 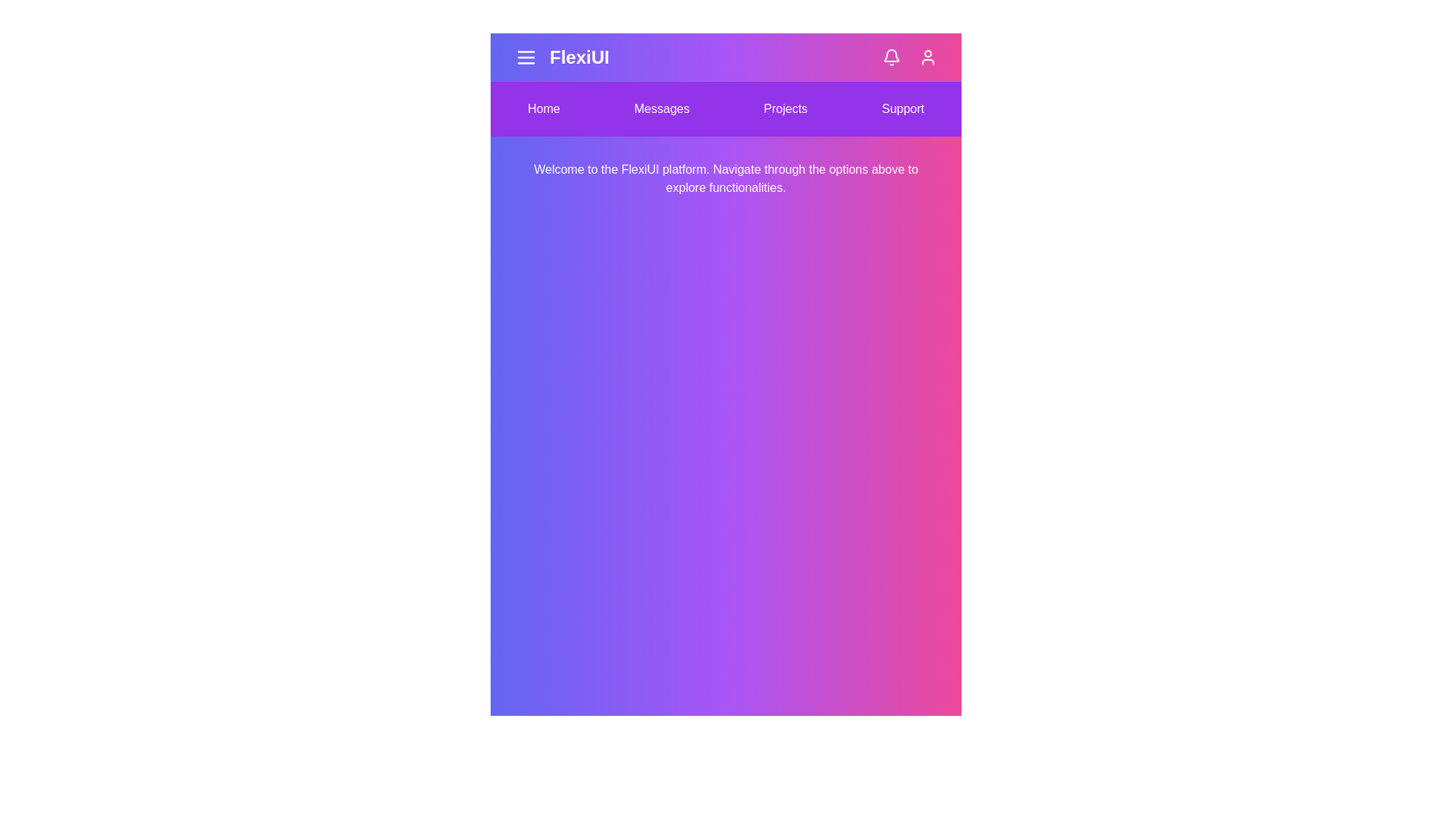 I want to click on the navigation item Support to navigate, so click(x=902, y=108).